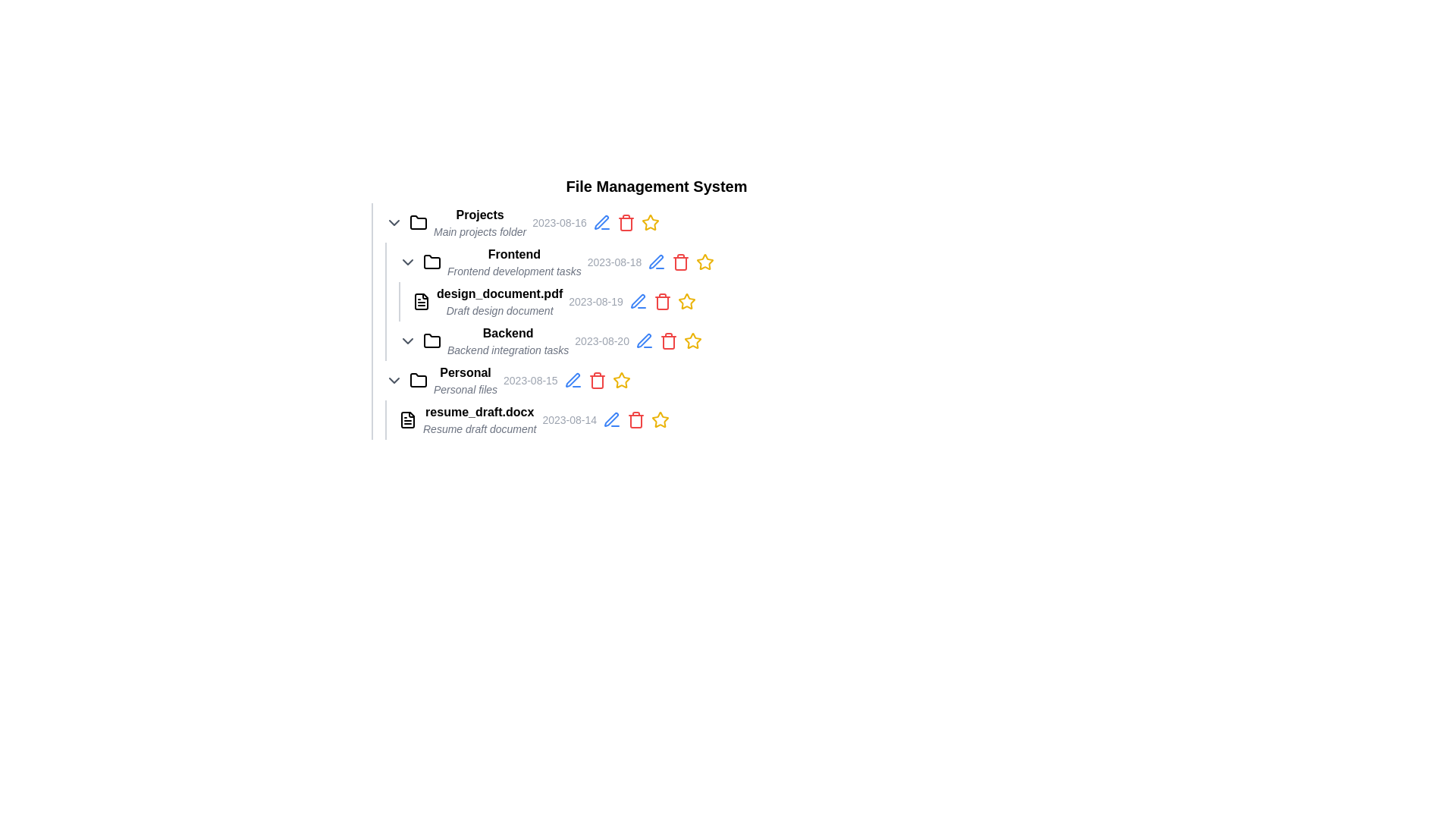  Describe the element at coordinates (704, 261) in the screenshot. I see `the yellow outlined star icon to favorite or unfavorite the associated item in the 'File Management System' interface` at that location.